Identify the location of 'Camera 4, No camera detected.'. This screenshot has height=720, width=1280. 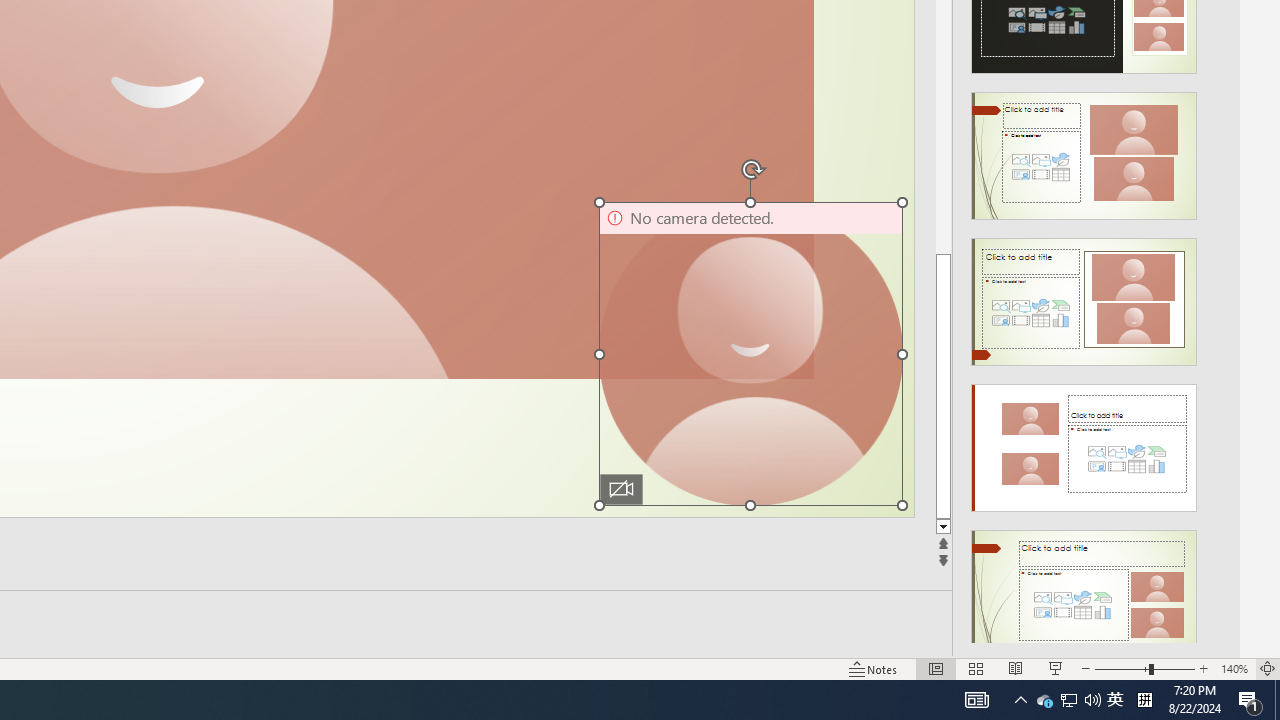
(749, 352).